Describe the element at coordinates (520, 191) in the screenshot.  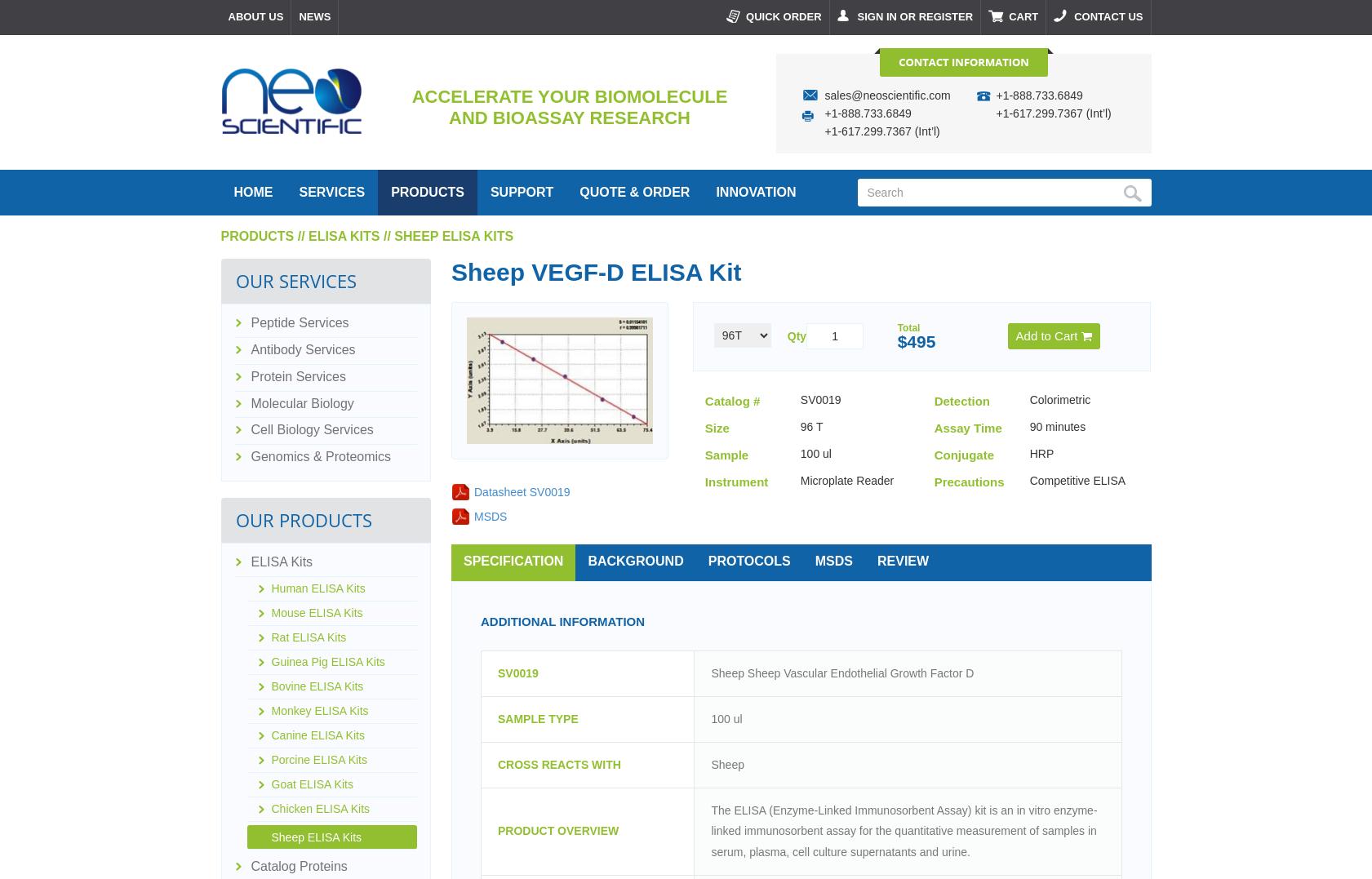
I see `'support'` at that location.